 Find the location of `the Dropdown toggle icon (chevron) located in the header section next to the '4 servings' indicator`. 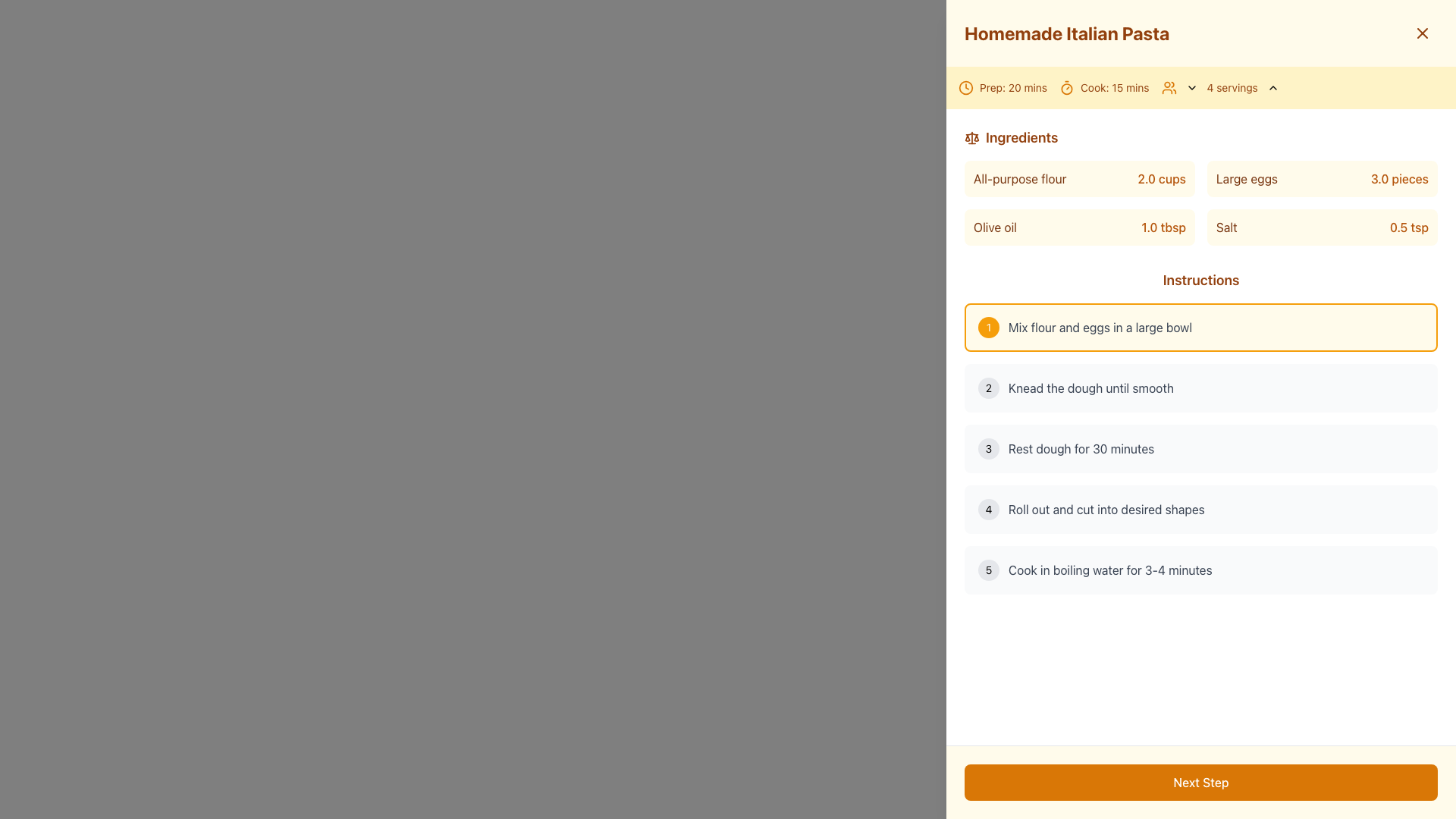

the Dropdown toggle icon (chevron) located in the header section next to the '4 servings' indicator is located at coordinates (1191, 87).